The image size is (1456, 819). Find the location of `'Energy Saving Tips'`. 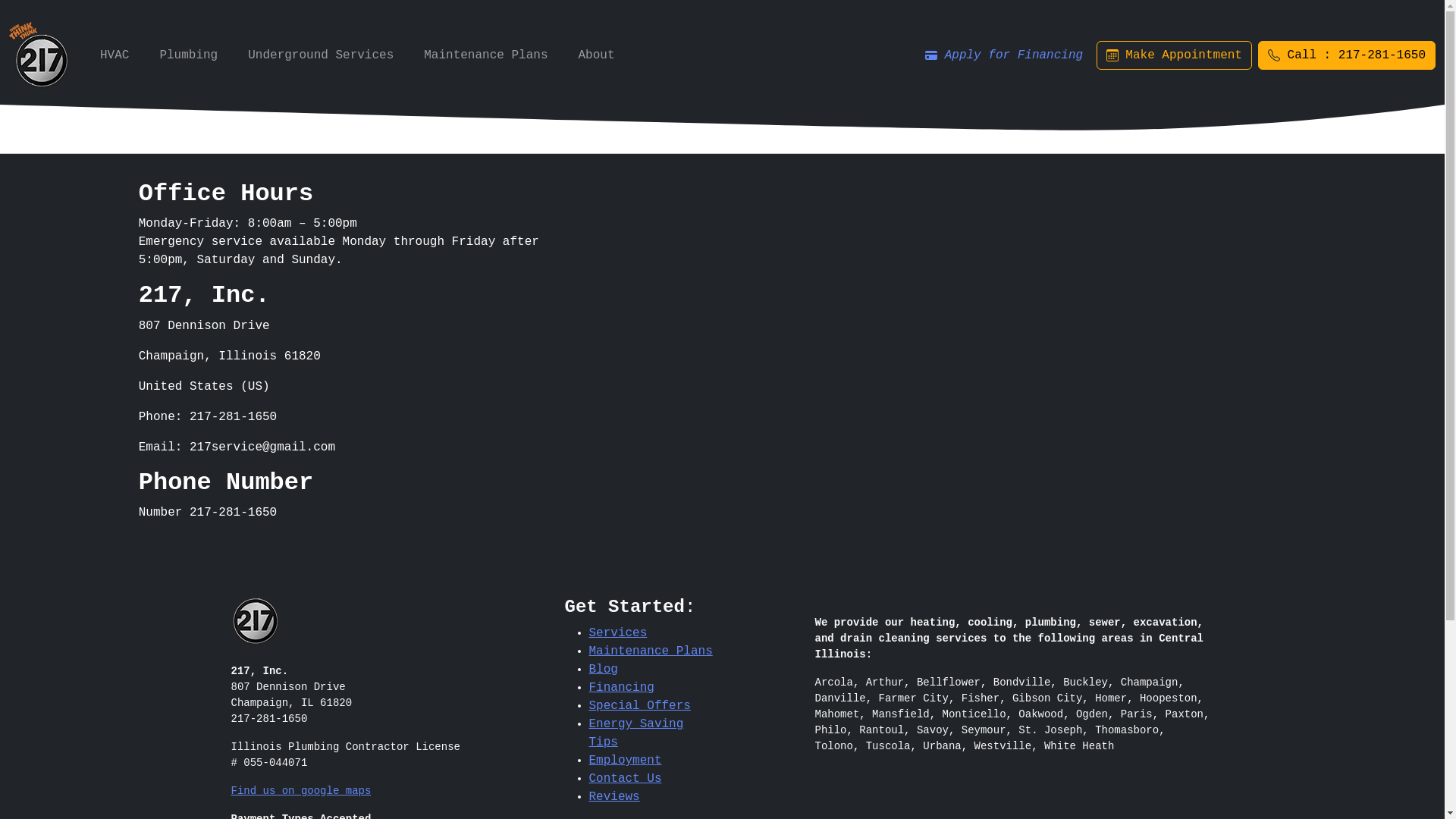

'Energy Saving Tips' is located at coordinates (635, 733).